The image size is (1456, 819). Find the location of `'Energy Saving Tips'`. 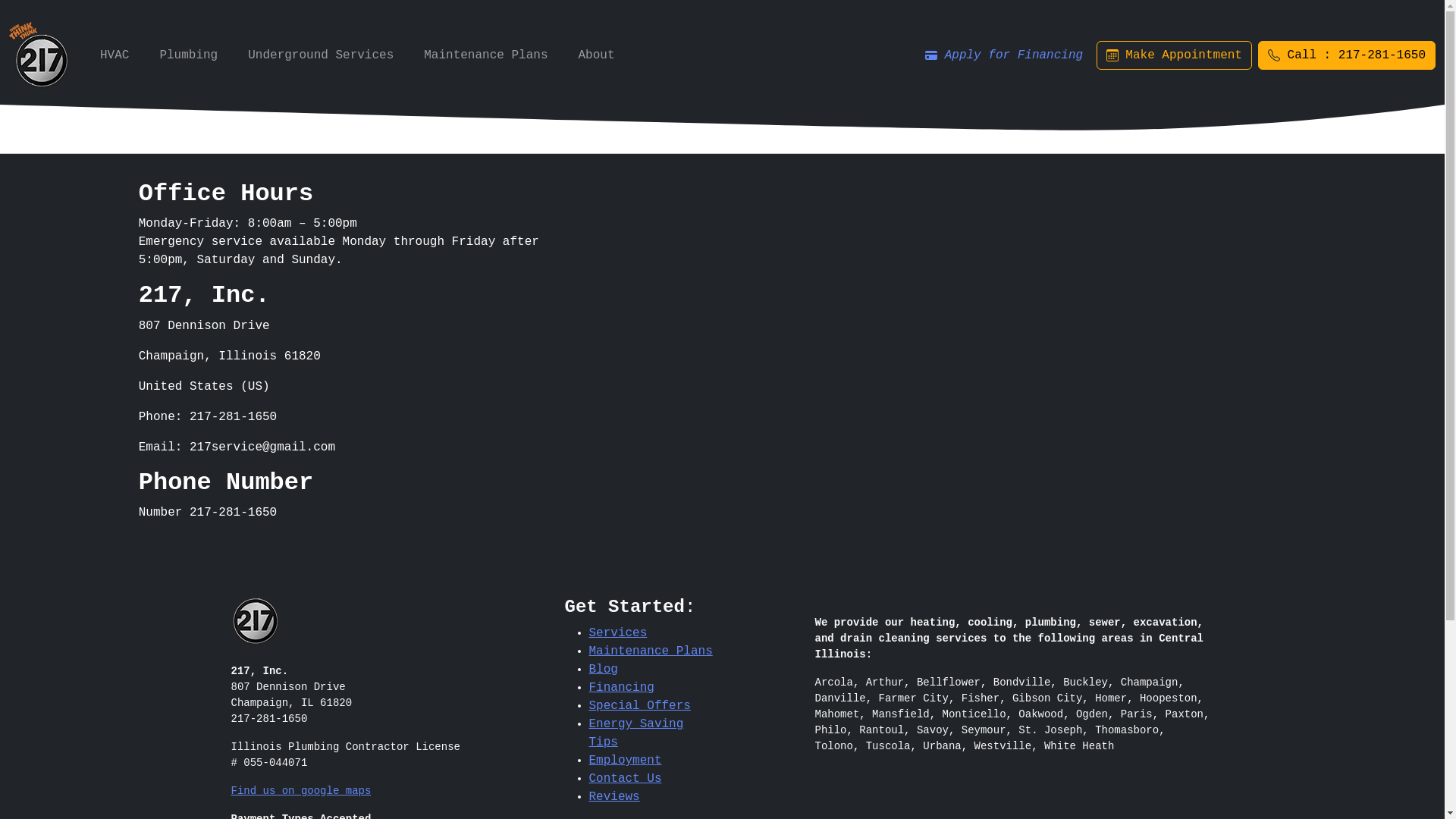

'Energy Saving Tips' is located at coordinates (635, 733).